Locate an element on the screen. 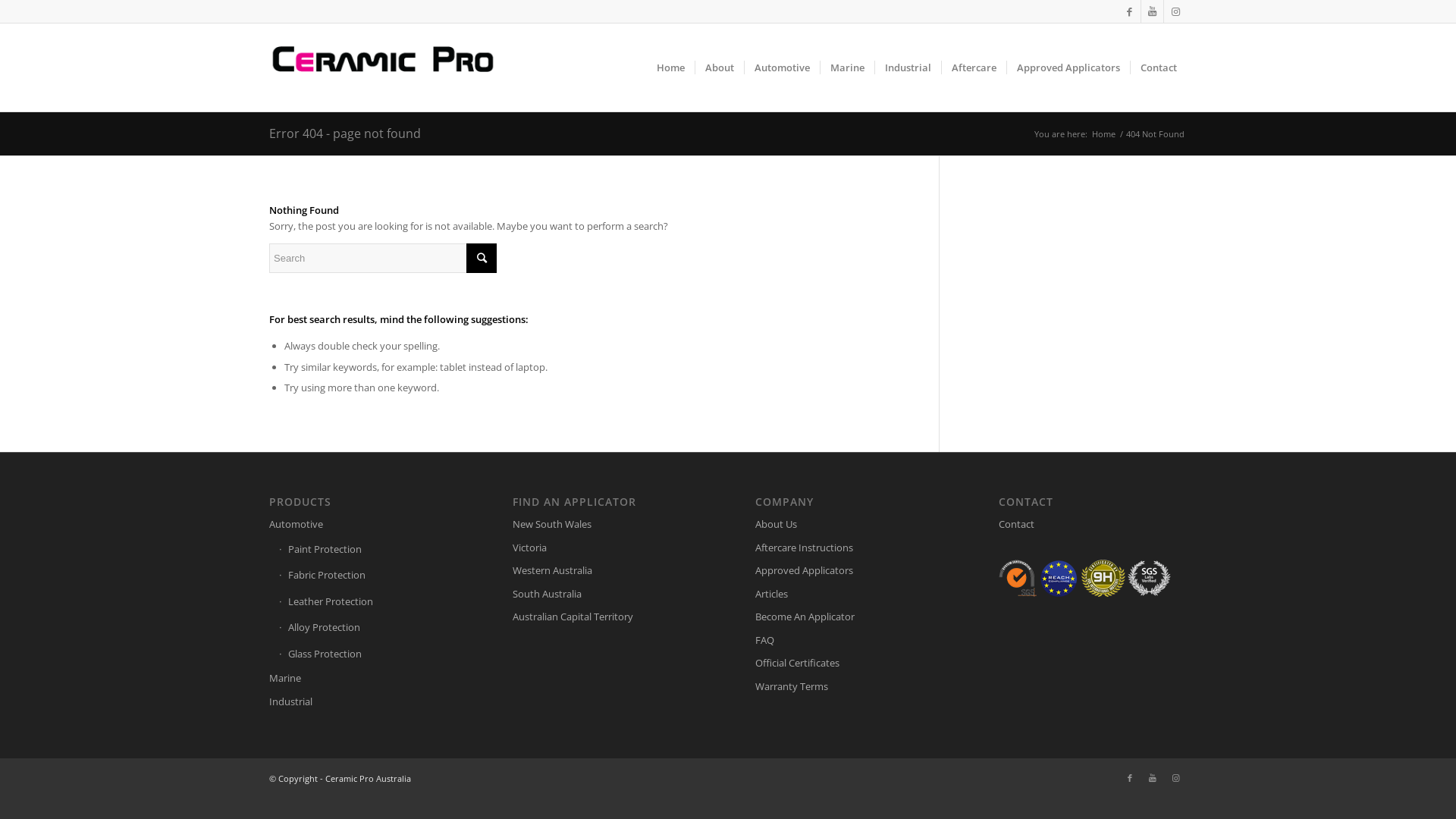 This screenshot has height=819, width=1456. 'Leather Protection' is located at coordinates (279, 601).